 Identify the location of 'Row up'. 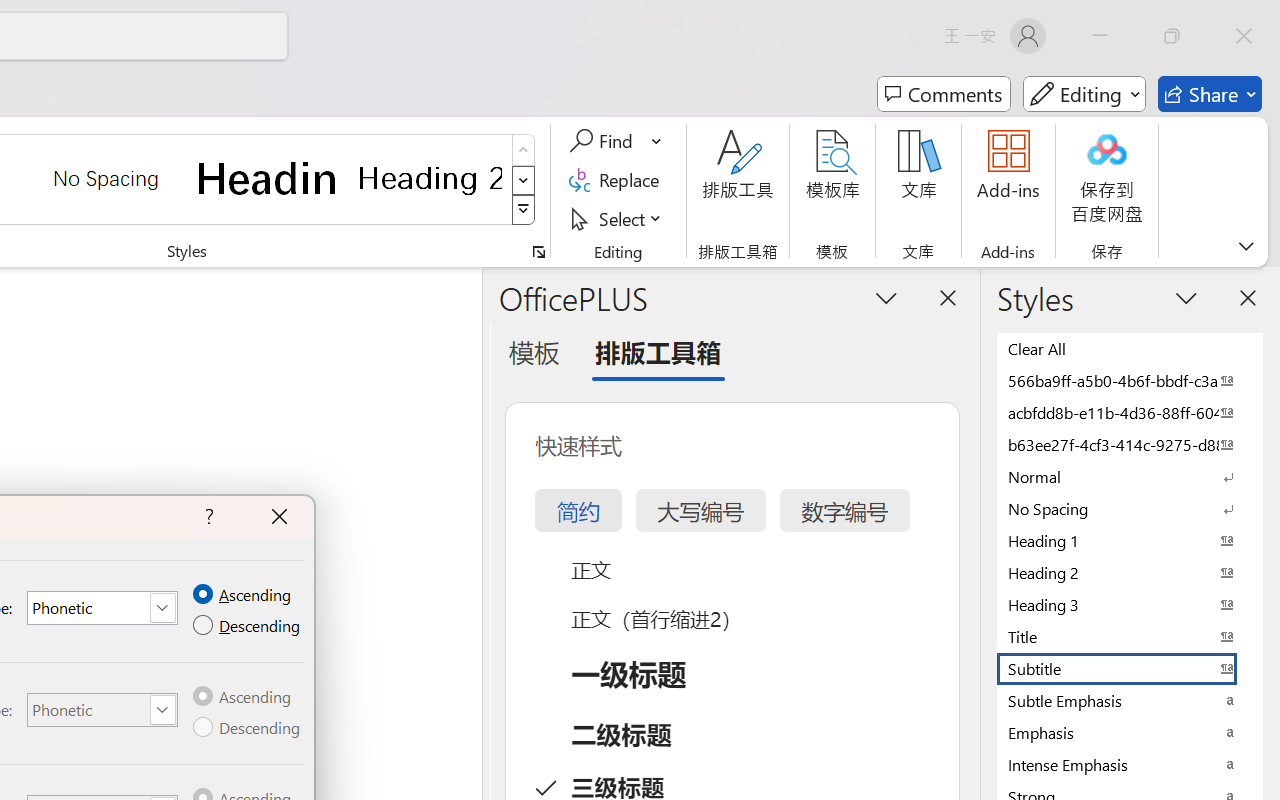
(523, 150).